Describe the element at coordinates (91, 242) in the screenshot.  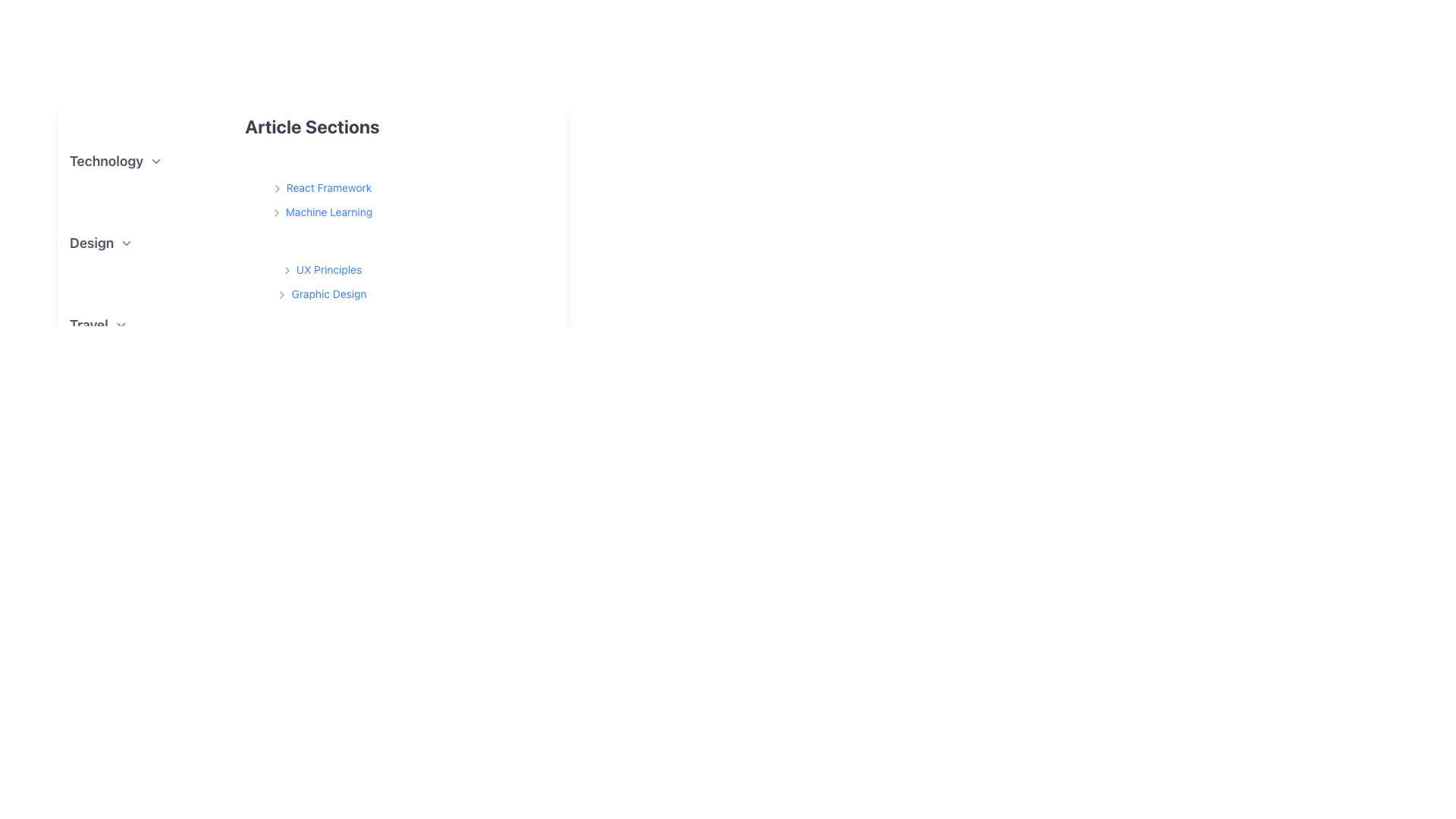
I see `the text label displaying 'Design' in bold gray font, located in the sidebar under the 'Technology' section` at that location.